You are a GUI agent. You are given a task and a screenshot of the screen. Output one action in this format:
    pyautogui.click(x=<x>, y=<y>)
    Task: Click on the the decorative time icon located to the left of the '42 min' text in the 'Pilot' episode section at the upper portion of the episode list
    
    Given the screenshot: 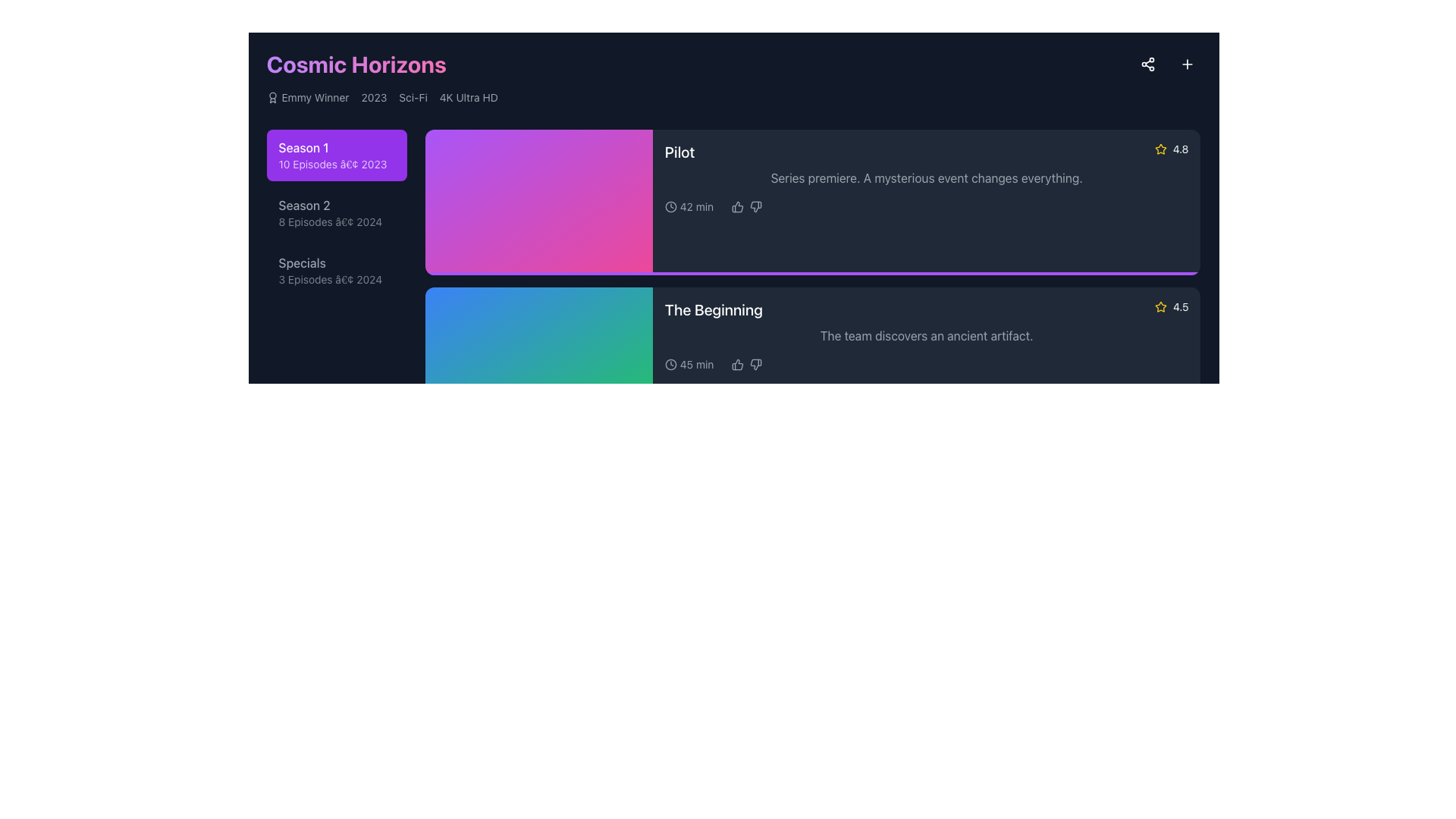 What is the action you would take?
    pyautogui.click(x=670, y=207)
    